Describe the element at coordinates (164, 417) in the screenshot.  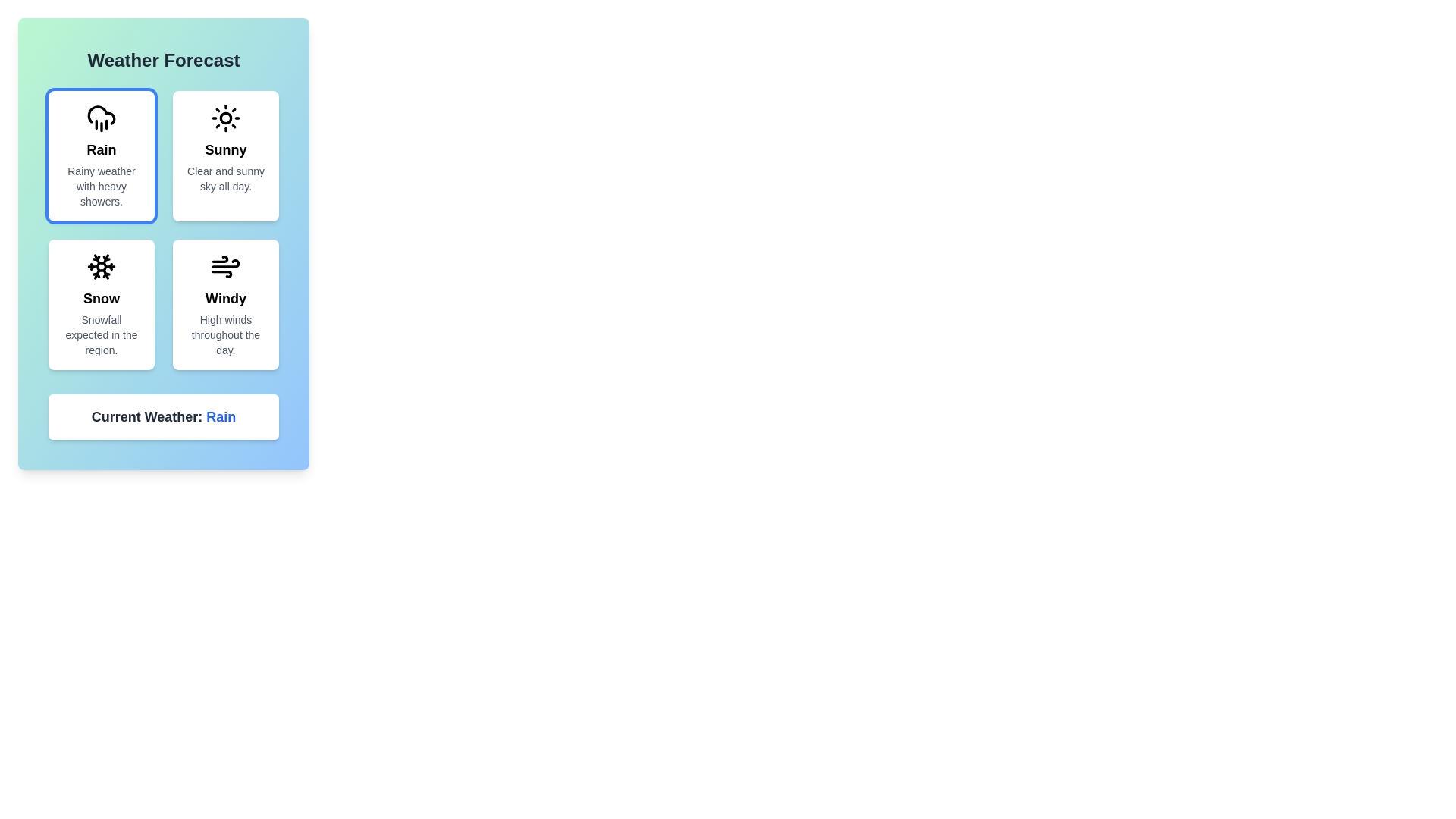
I see `the text label indicating the current weather condition, which displays 'Current Weather: Rain' in a bold and large font, located at the bottom of a rounded, shadowed, white card` at that location.